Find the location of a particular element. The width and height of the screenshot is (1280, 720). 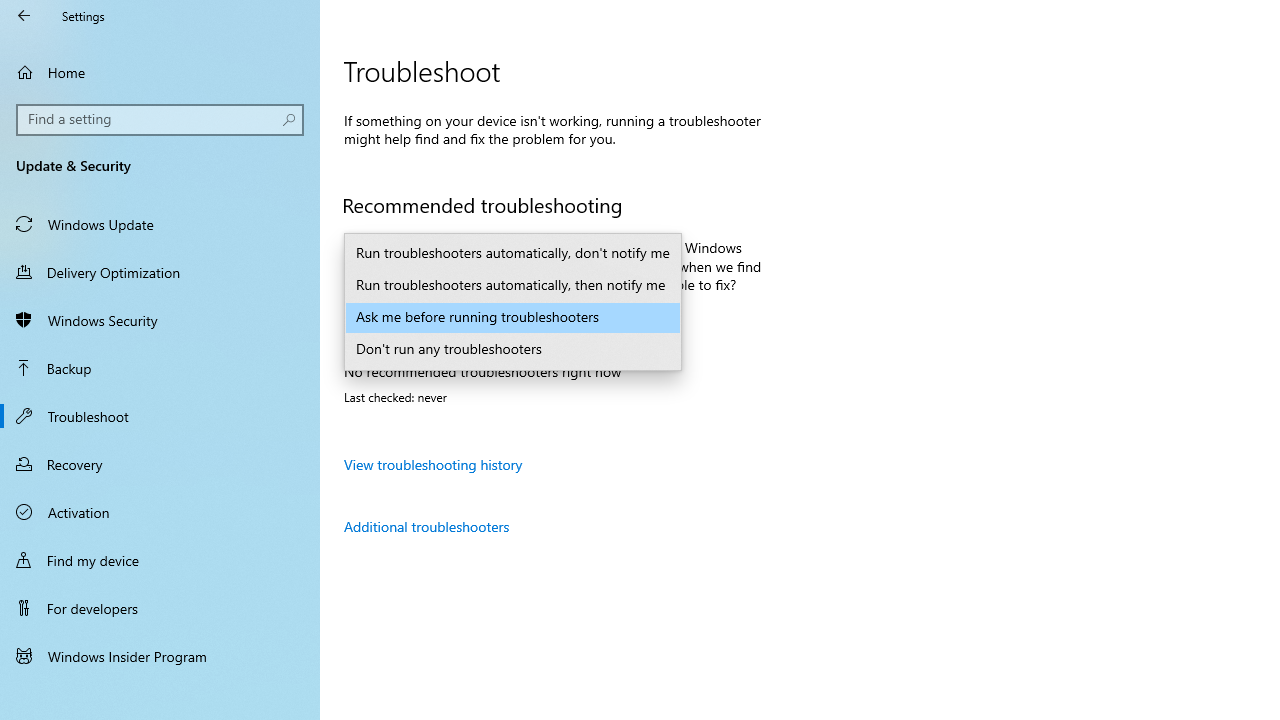

'Activation' is located at coordinates (160, 510).